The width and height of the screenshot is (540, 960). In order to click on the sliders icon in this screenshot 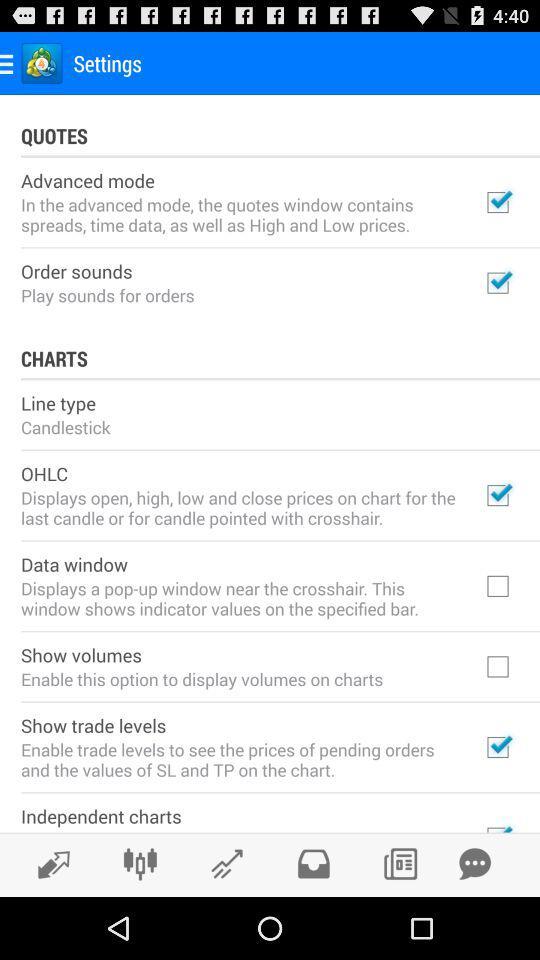, I will do `click(139, 924)`.